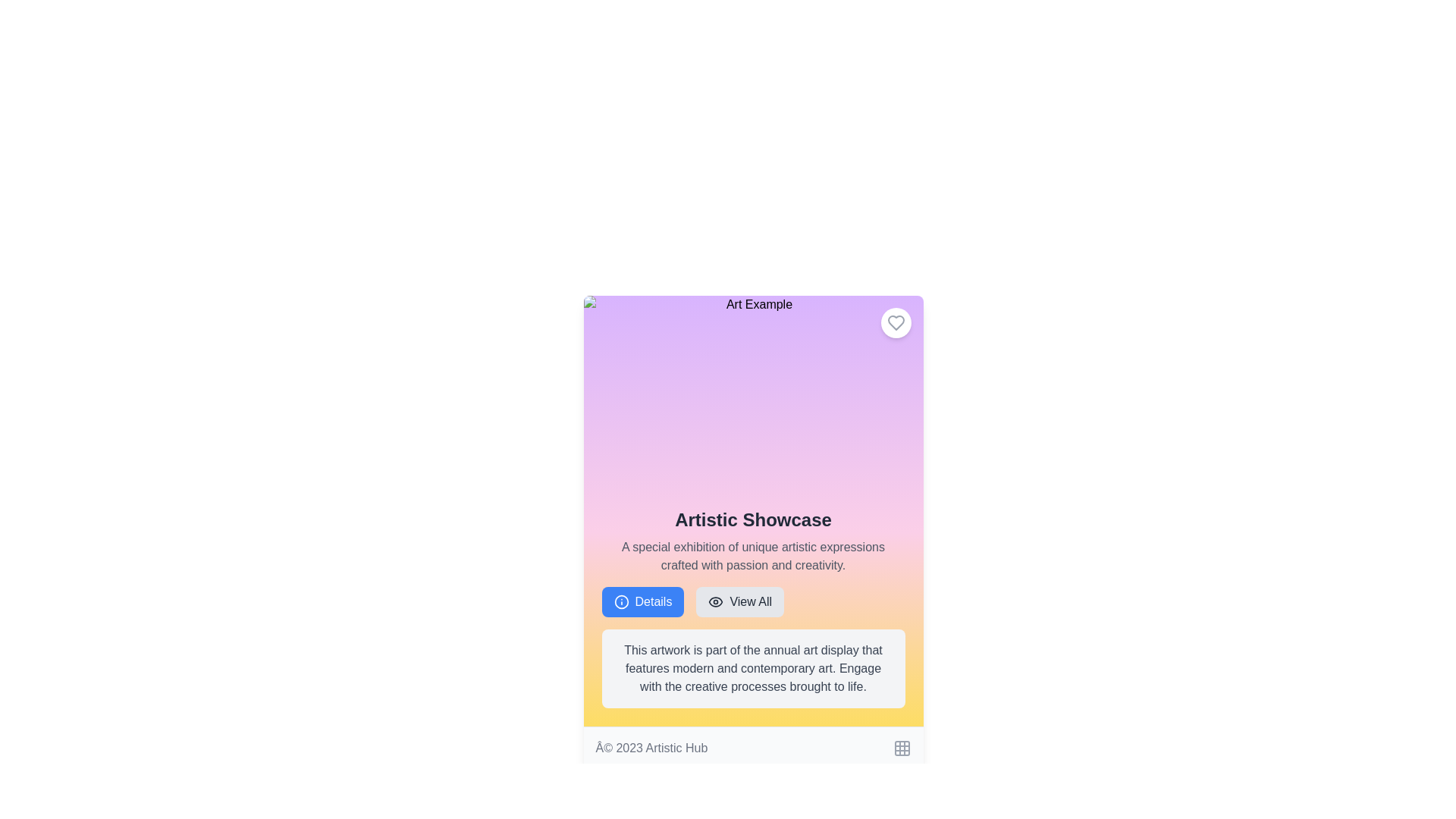 The width and height of the screenshot is (1456, 819). I want to click on text from the text box styled with rounded corners and a light gray background that contains the message about the annual art display, so click(753, 668).